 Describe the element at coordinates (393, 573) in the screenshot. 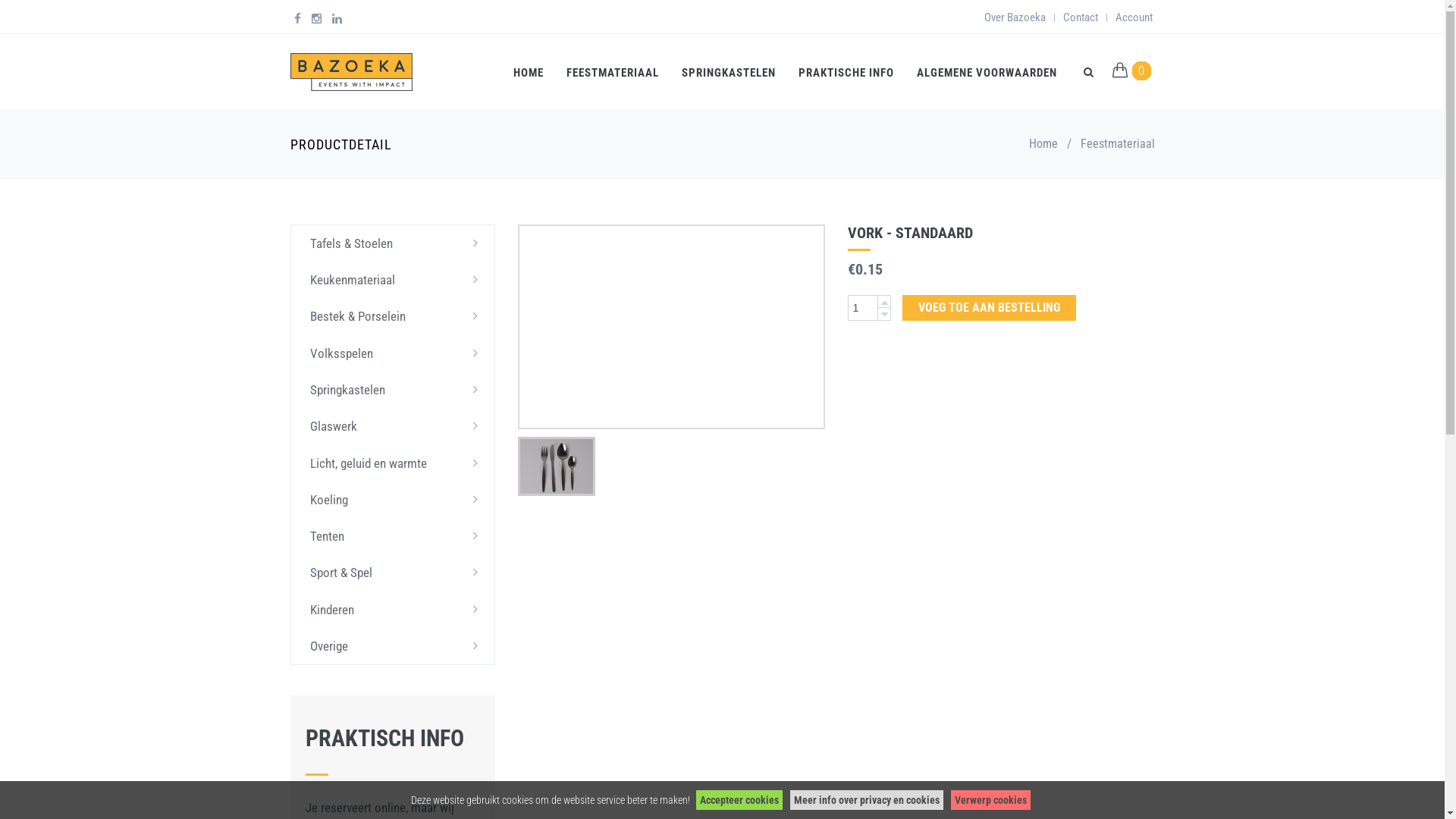

I see `'Sport & Spel'` at that location.